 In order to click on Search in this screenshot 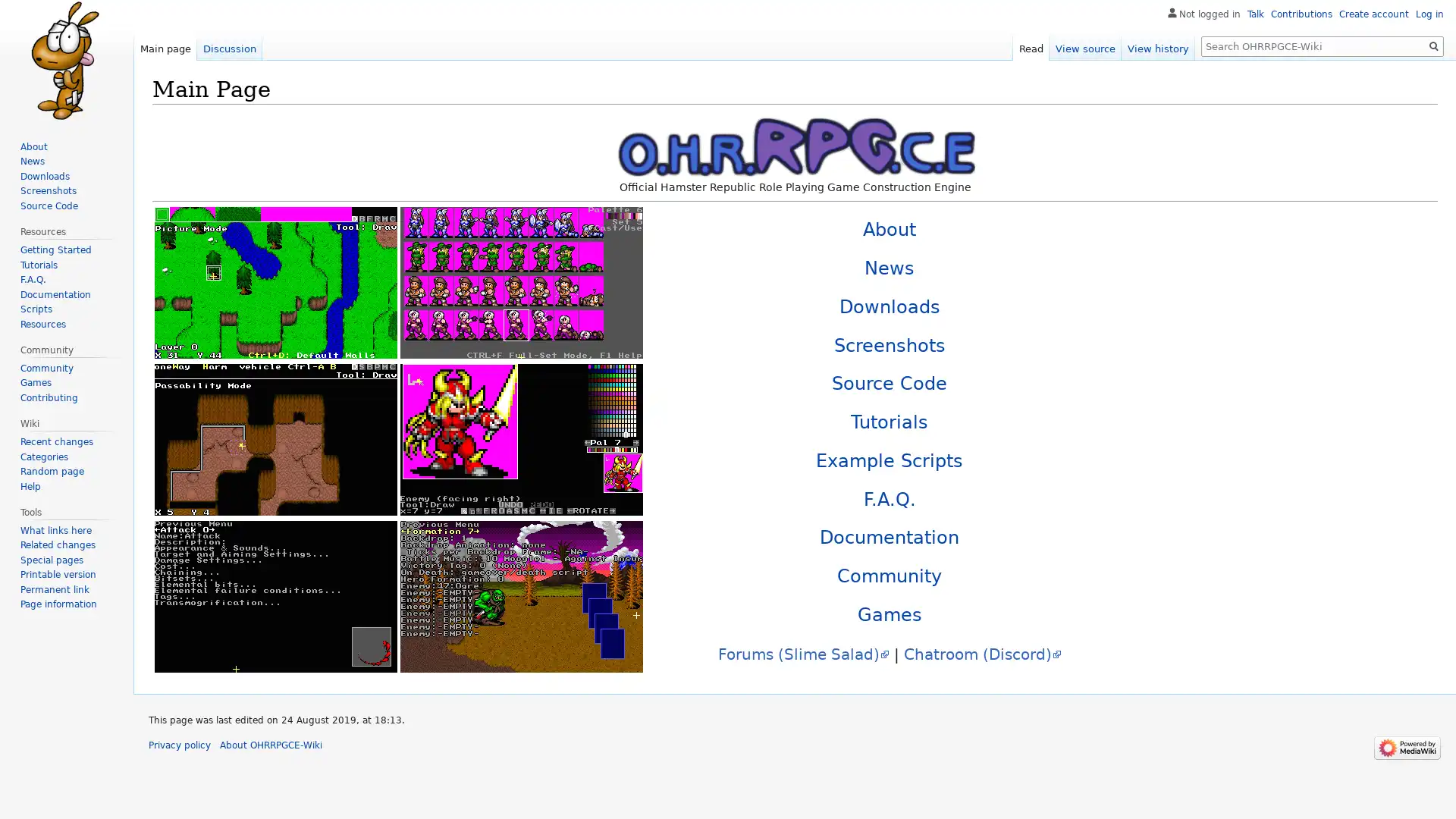, I will do `click(1433, 45)`.